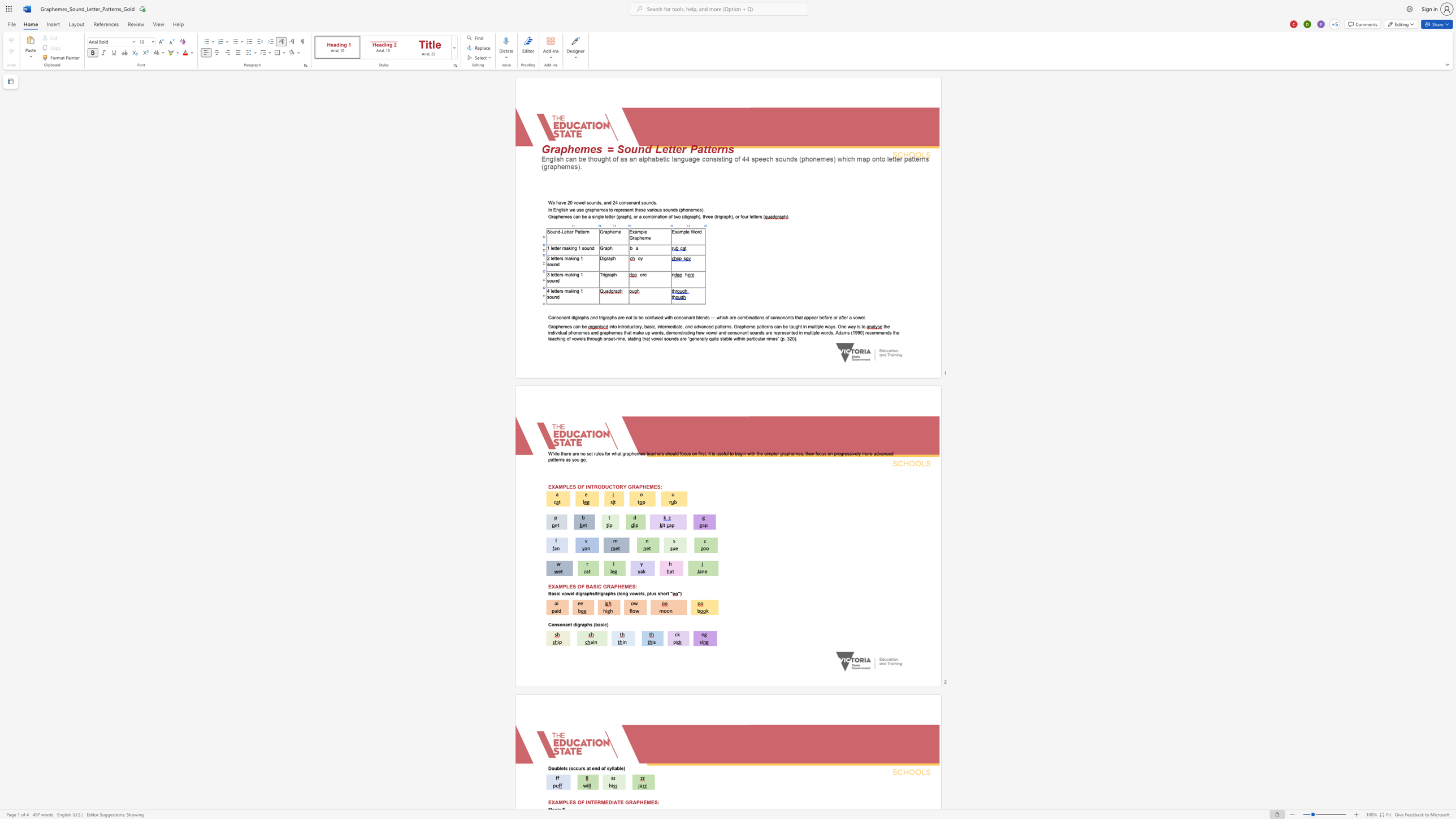 This screenshot has height=819, width=1456. What do you see at coordinates (638, 802) in the screenshot?
I see `the 2th character "P" in the text` at bounding box center [638, 802].